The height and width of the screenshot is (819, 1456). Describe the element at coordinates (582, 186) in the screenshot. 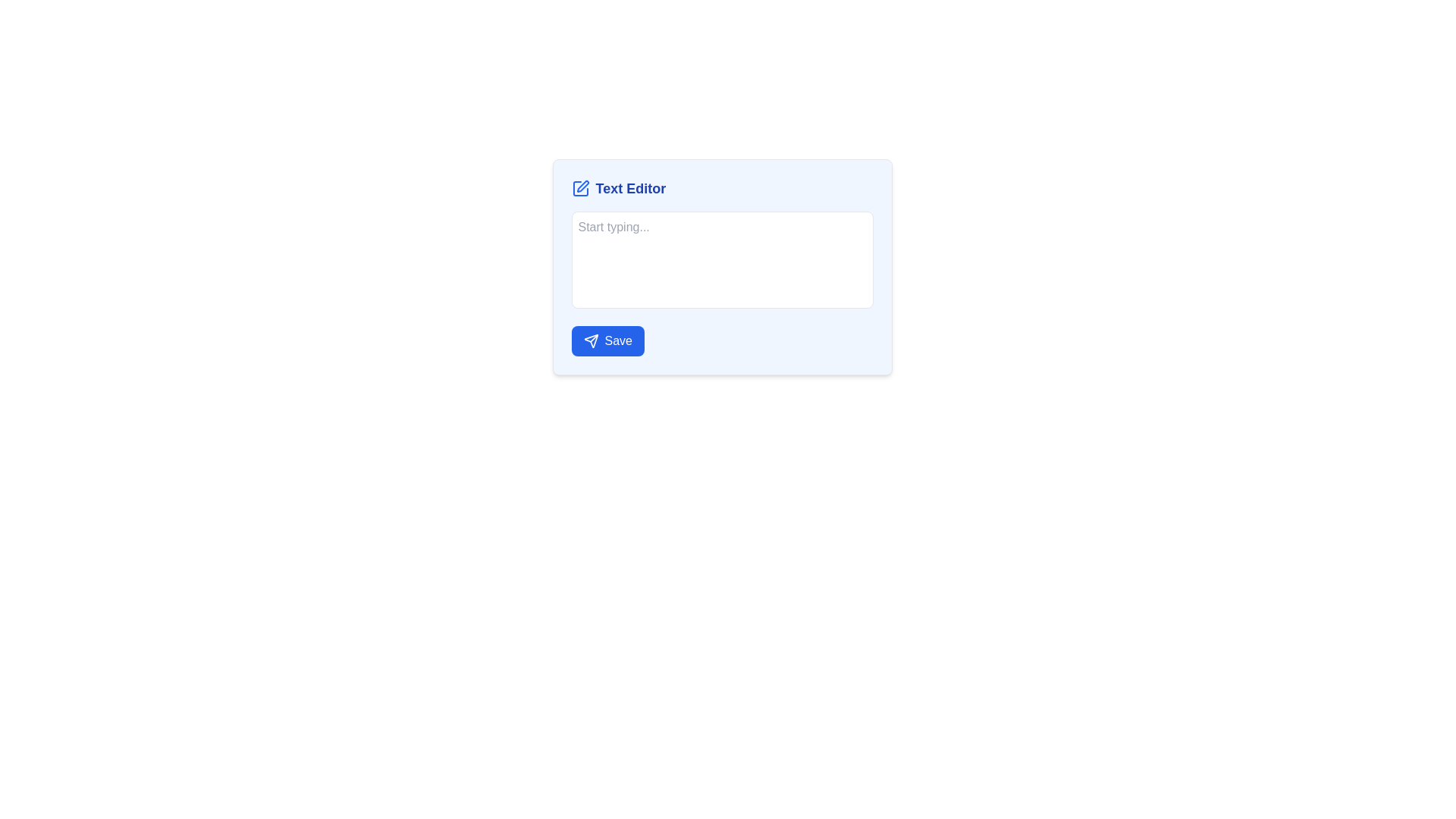

I see `the blue pen icon indicating an editing feature, located next to the title text 'Text Editor' in the top left of the text editor's header` at that location.